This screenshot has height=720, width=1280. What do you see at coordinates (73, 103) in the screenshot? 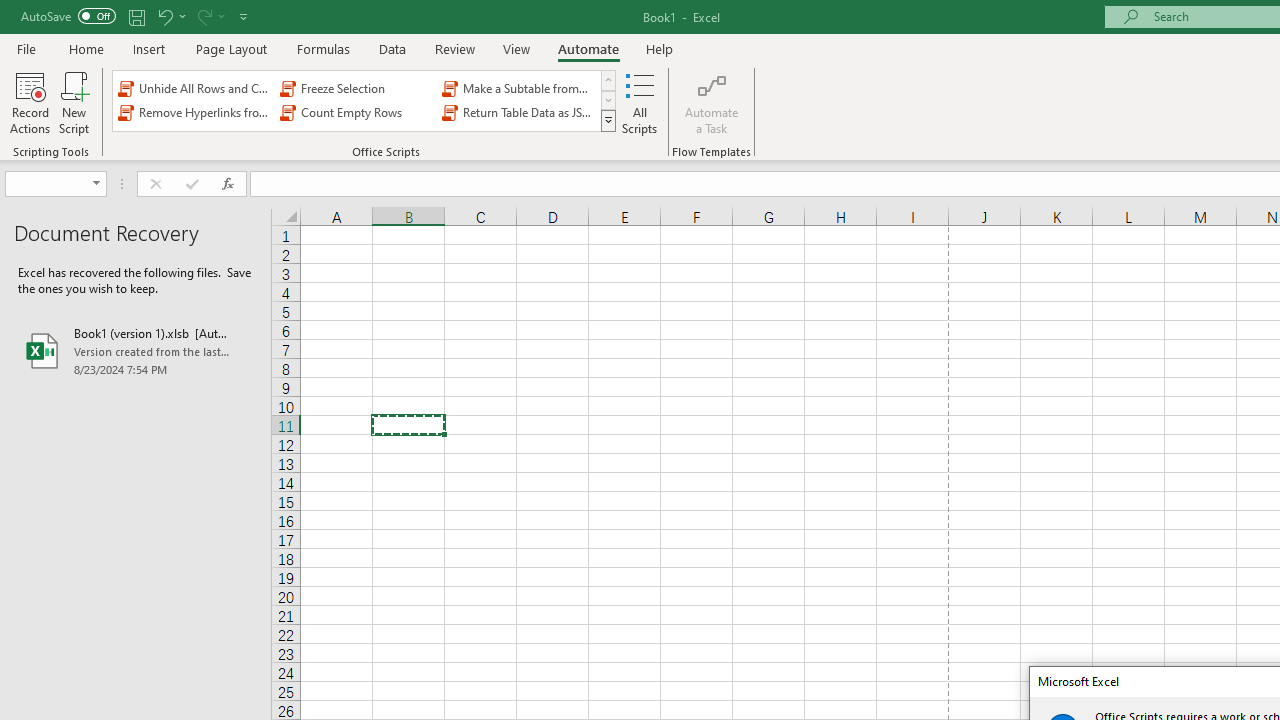
I see `'New Script'` at bounding box center [73, 103].